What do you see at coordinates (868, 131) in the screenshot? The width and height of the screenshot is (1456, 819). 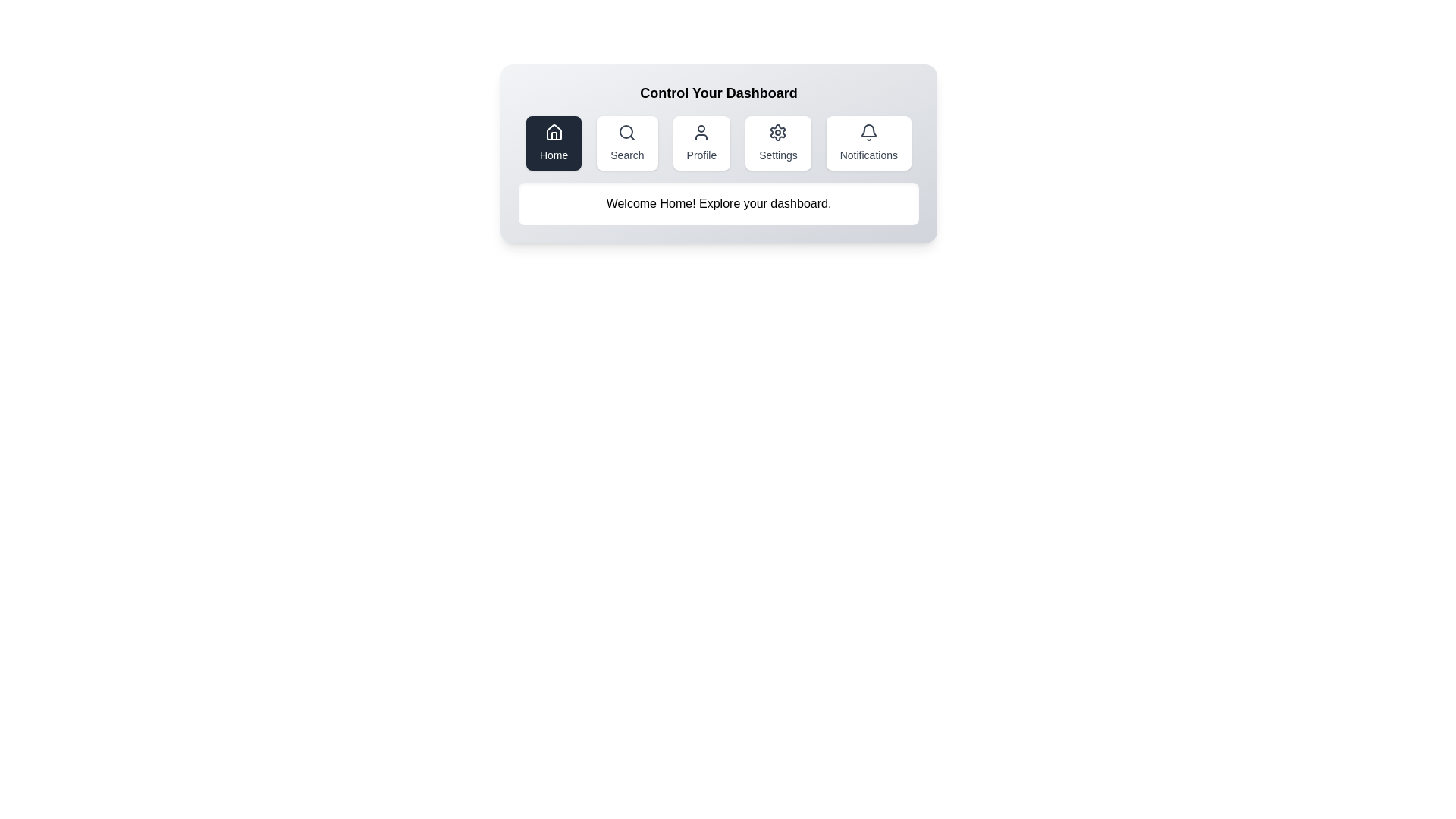 I see `the appearance of the bell icon located in the 'Notifications' button, which is part of the top center horizontal menu bar` at bounding box center [868, 131].